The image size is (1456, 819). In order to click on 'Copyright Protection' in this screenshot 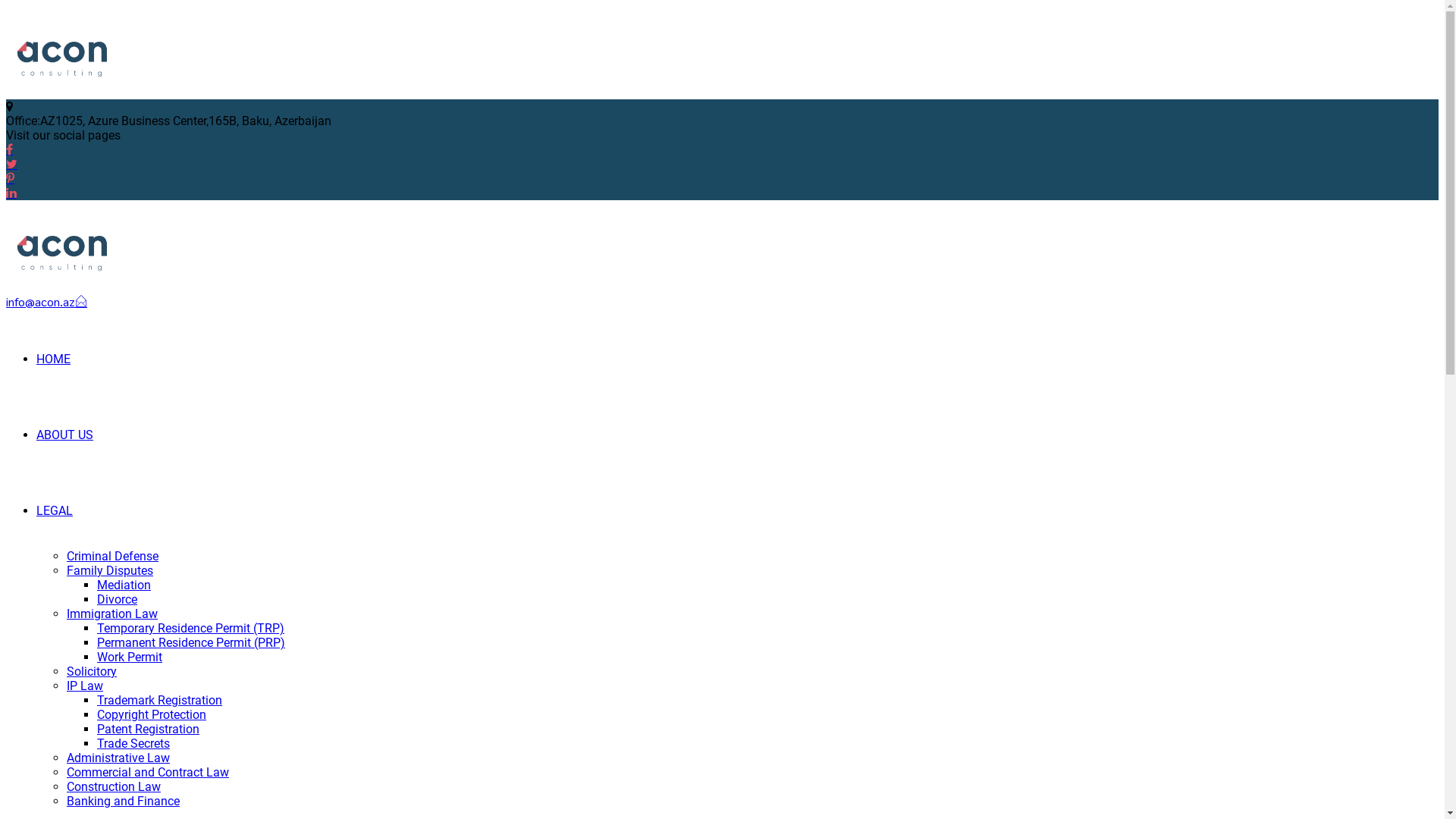, I will do `click(152, 714)`.